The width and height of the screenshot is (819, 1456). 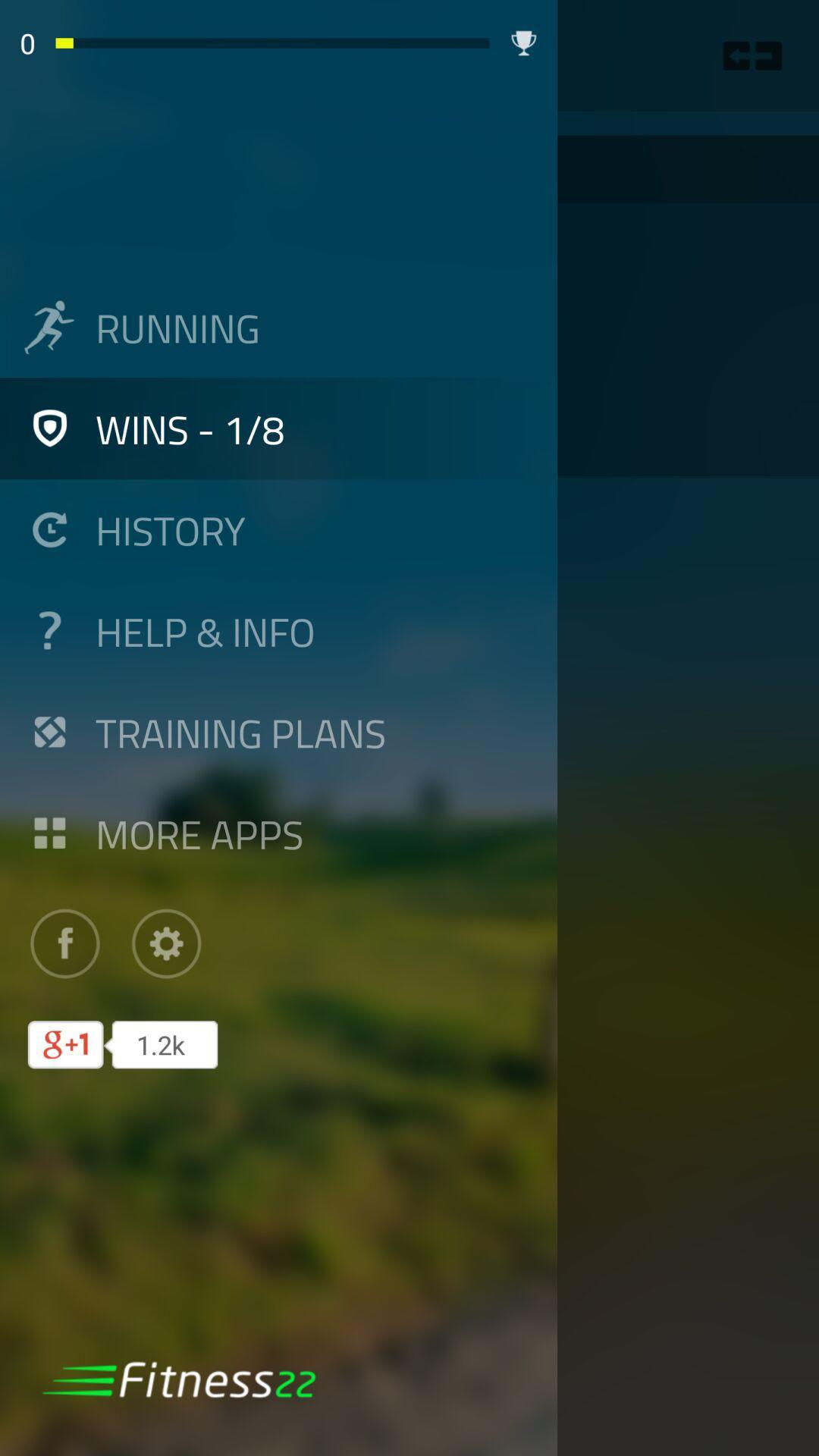 What do you see at coordinates (49, 833) in the screenshot?
I see `icon left to more apps` at bounding box center [49, 833].